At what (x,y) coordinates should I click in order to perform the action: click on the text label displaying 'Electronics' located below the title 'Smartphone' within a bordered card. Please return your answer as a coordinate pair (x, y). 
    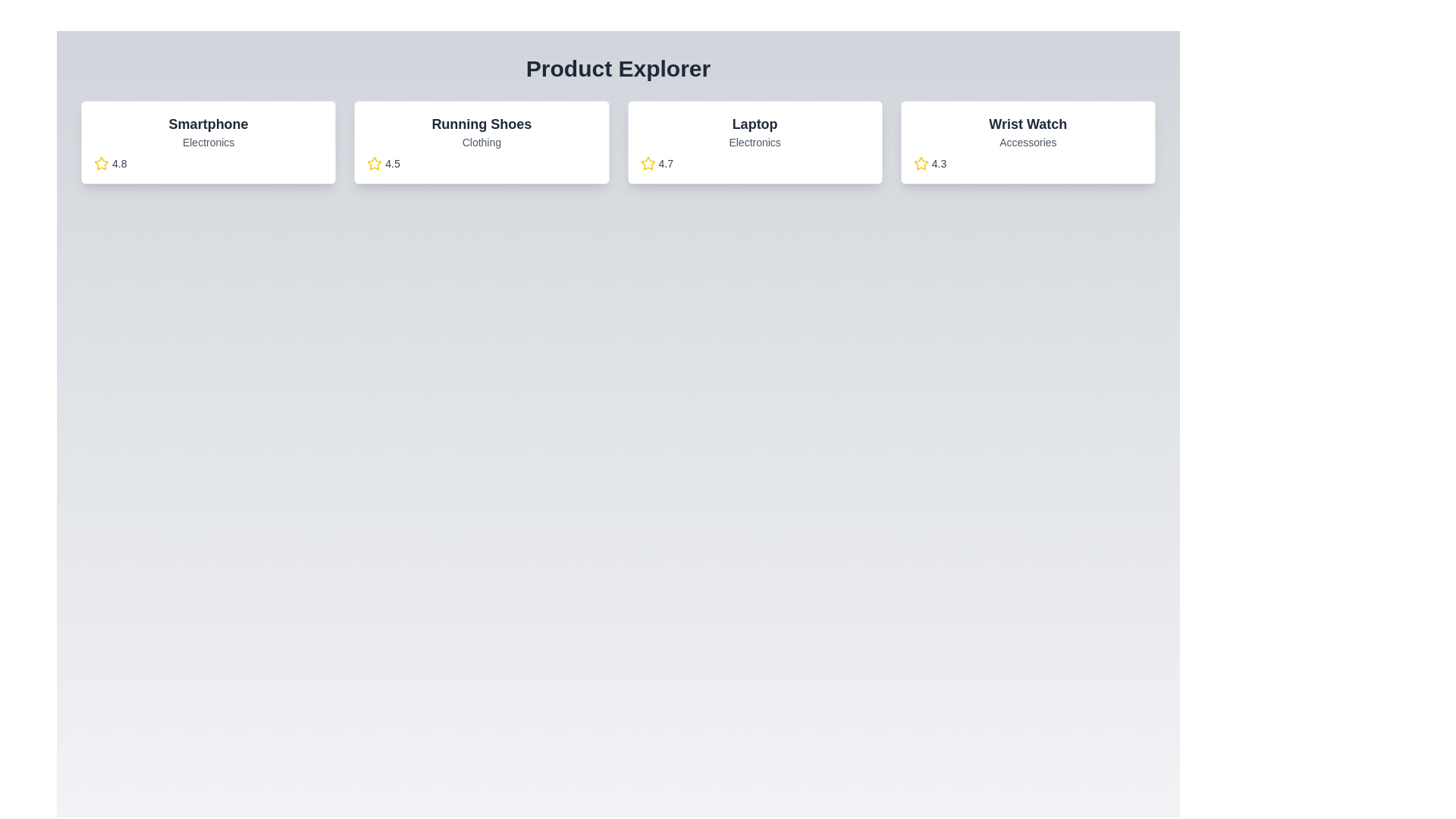
    Looking at the image, I should click on (208, 143).